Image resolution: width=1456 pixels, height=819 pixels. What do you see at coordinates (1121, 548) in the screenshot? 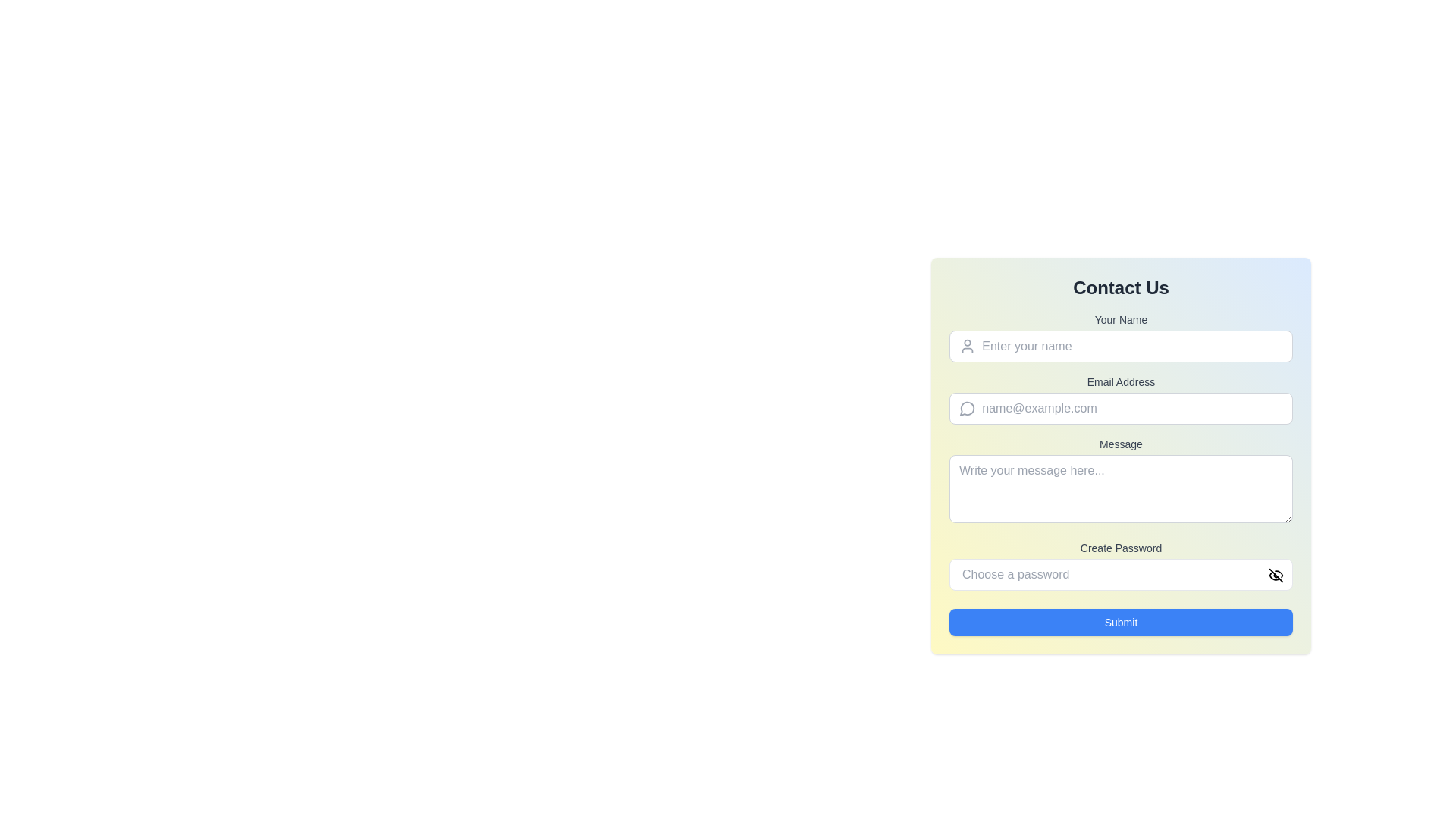
I see `the static text label that provides guidance for the password input field, located beneath the 'Message' input field` at bounding box center [1121, 548].